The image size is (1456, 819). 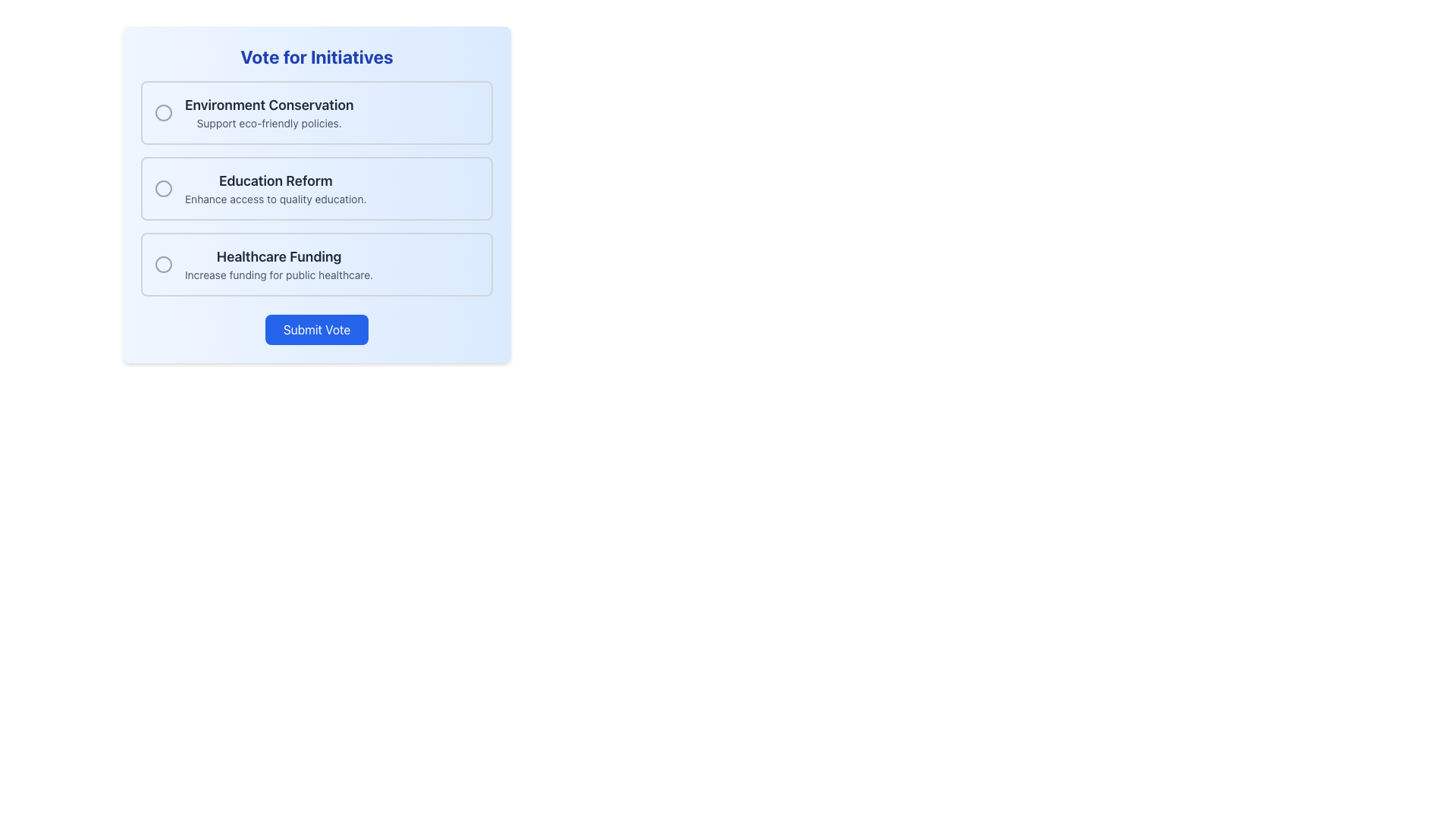 I want to click on the 'Environment Conservation' option in the selectable panel, which features bold text in dark gray and is the first item in a vertical list of three sections, so click(x=269, y=112).